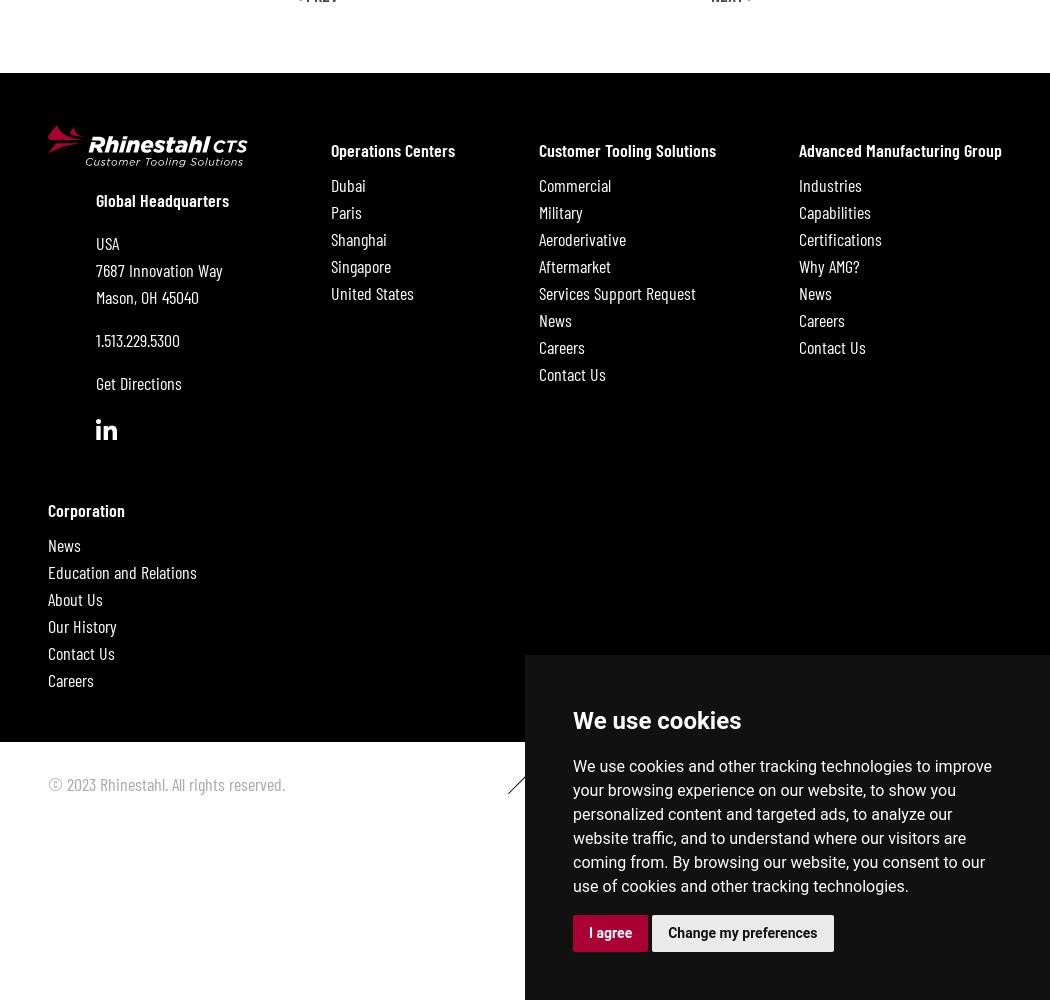  Describe the element at coordinates (655, 720) in the screenshot. I see `'We use cookies'` at that location.